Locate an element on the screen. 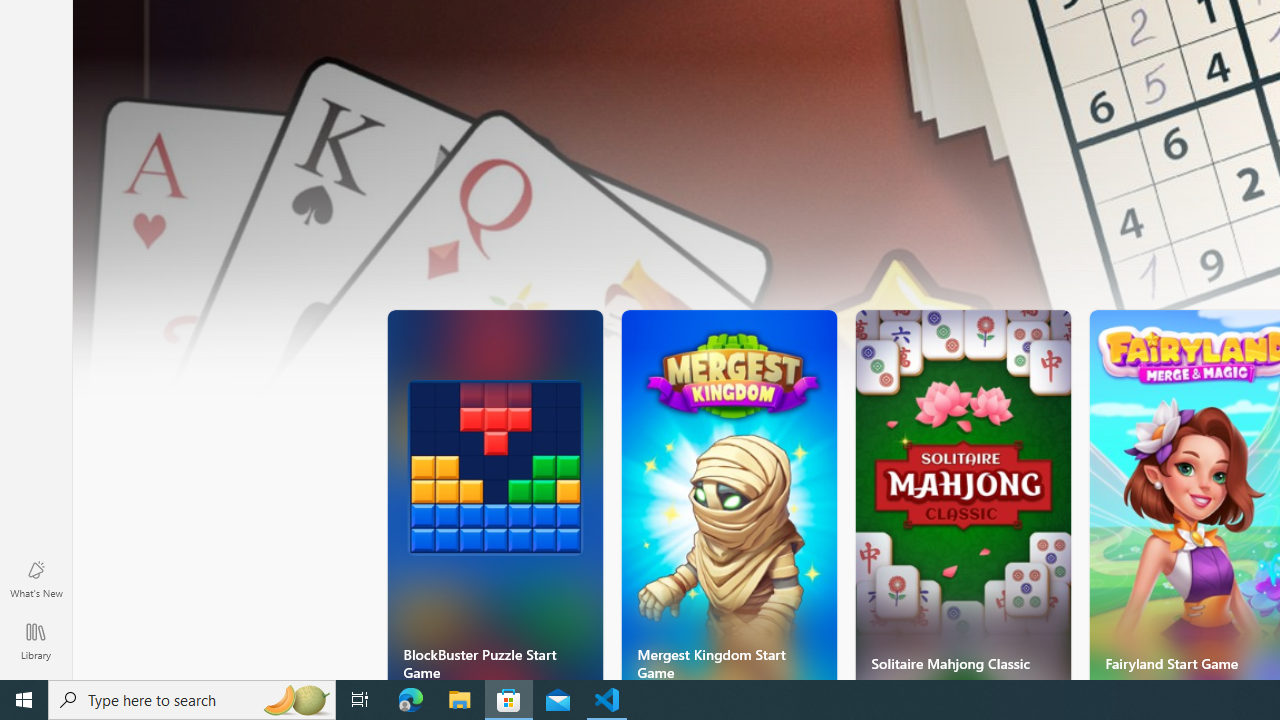  'What' is located at coordinates (35, 578).